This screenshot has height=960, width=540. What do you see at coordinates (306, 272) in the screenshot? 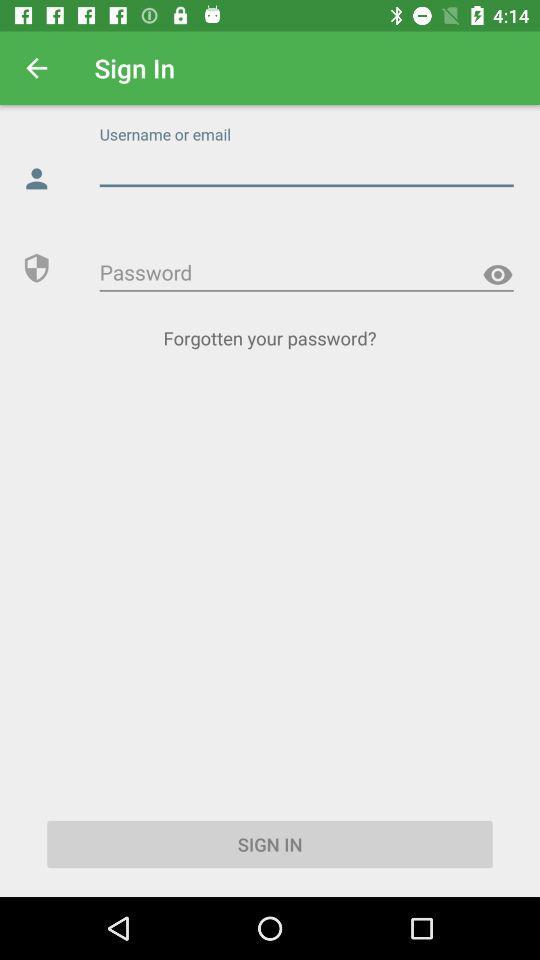
I see `password` at bounding box center [306, 272].